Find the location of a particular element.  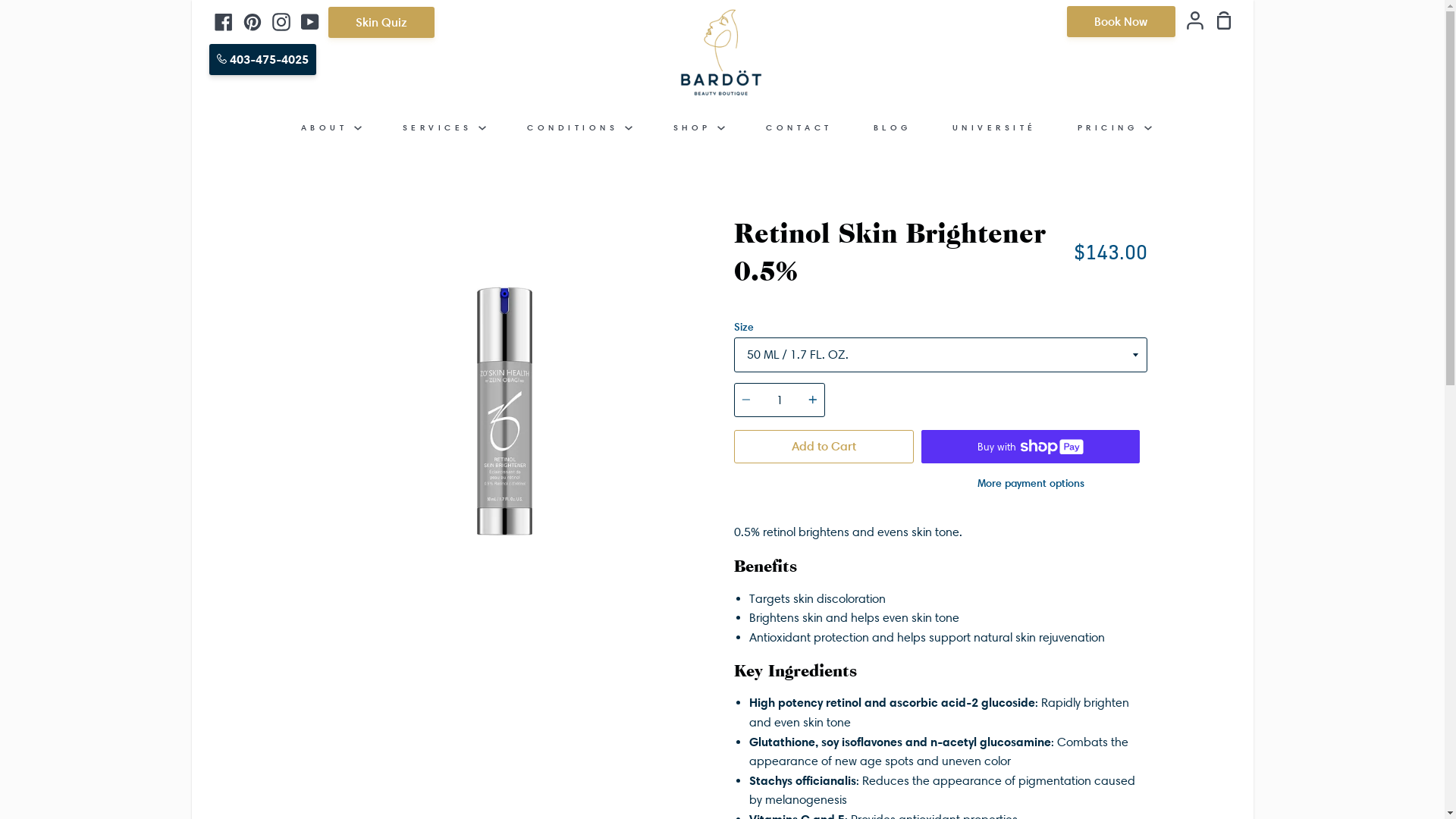

'CONTACT' is located at coordinates (799, 127).